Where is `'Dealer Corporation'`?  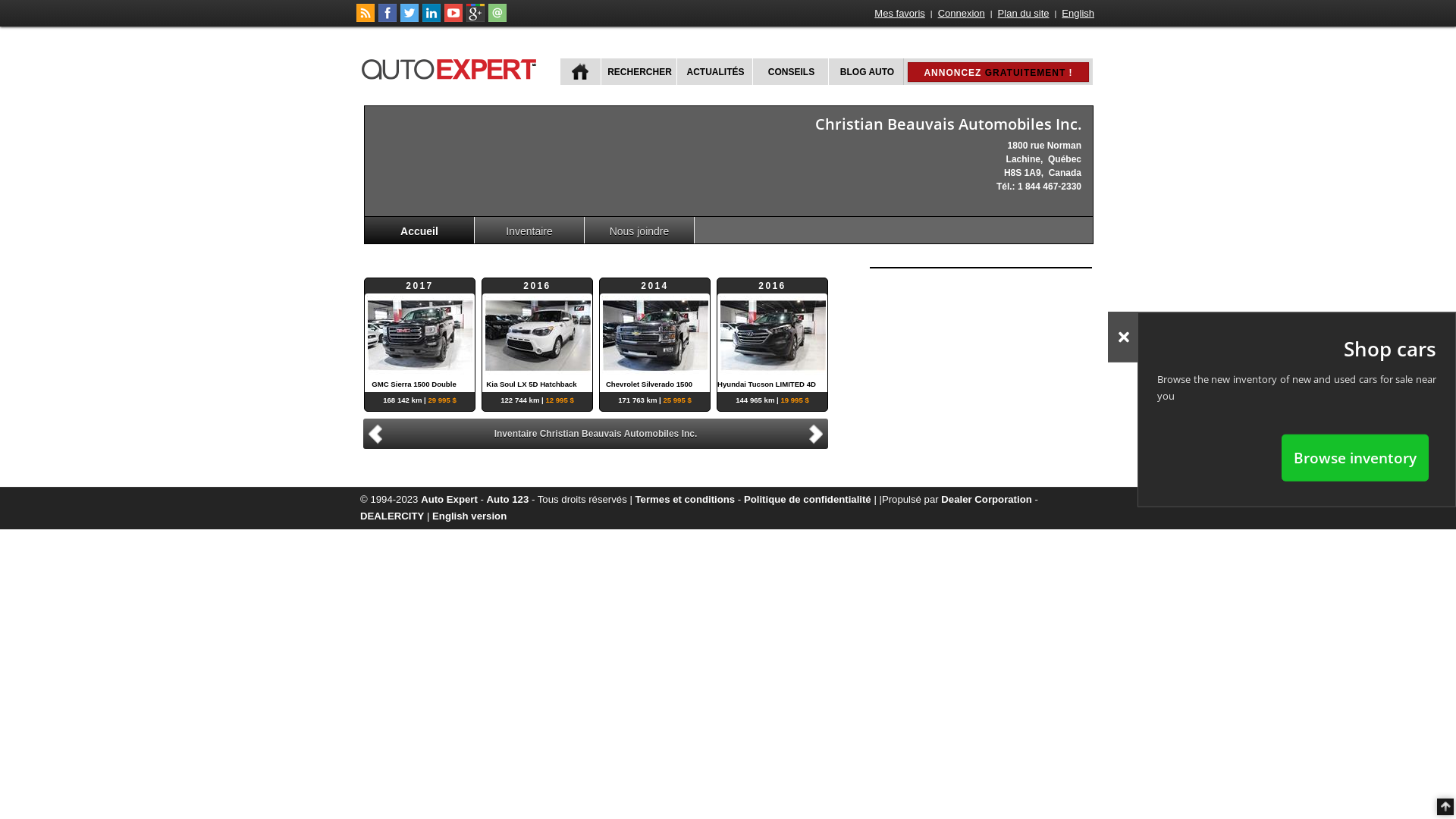
'Dealer Corporation' is located at coordinates (986, 499).